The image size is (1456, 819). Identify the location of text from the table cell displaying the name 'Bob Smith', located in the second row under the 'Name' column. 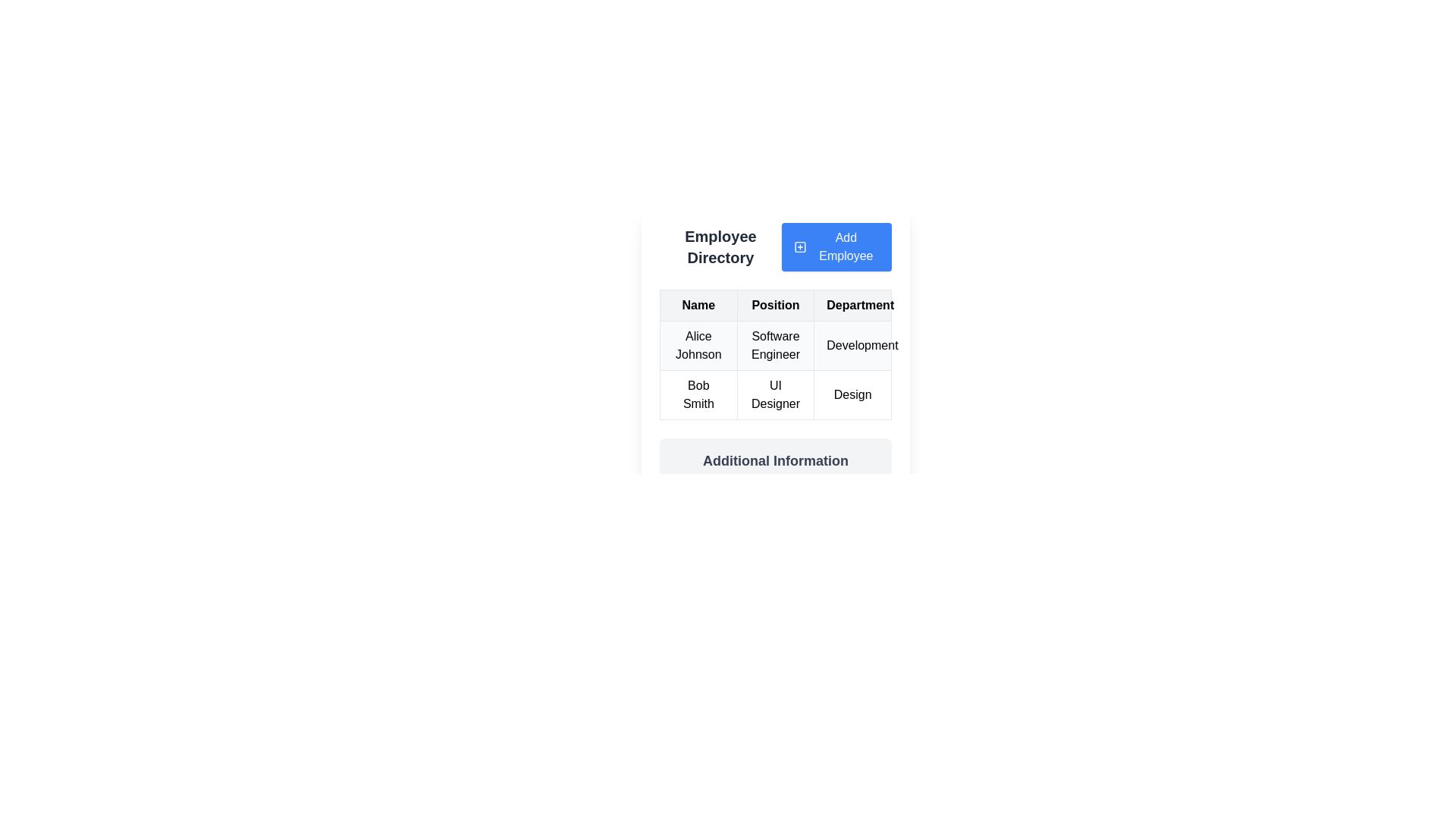
(698, 394).